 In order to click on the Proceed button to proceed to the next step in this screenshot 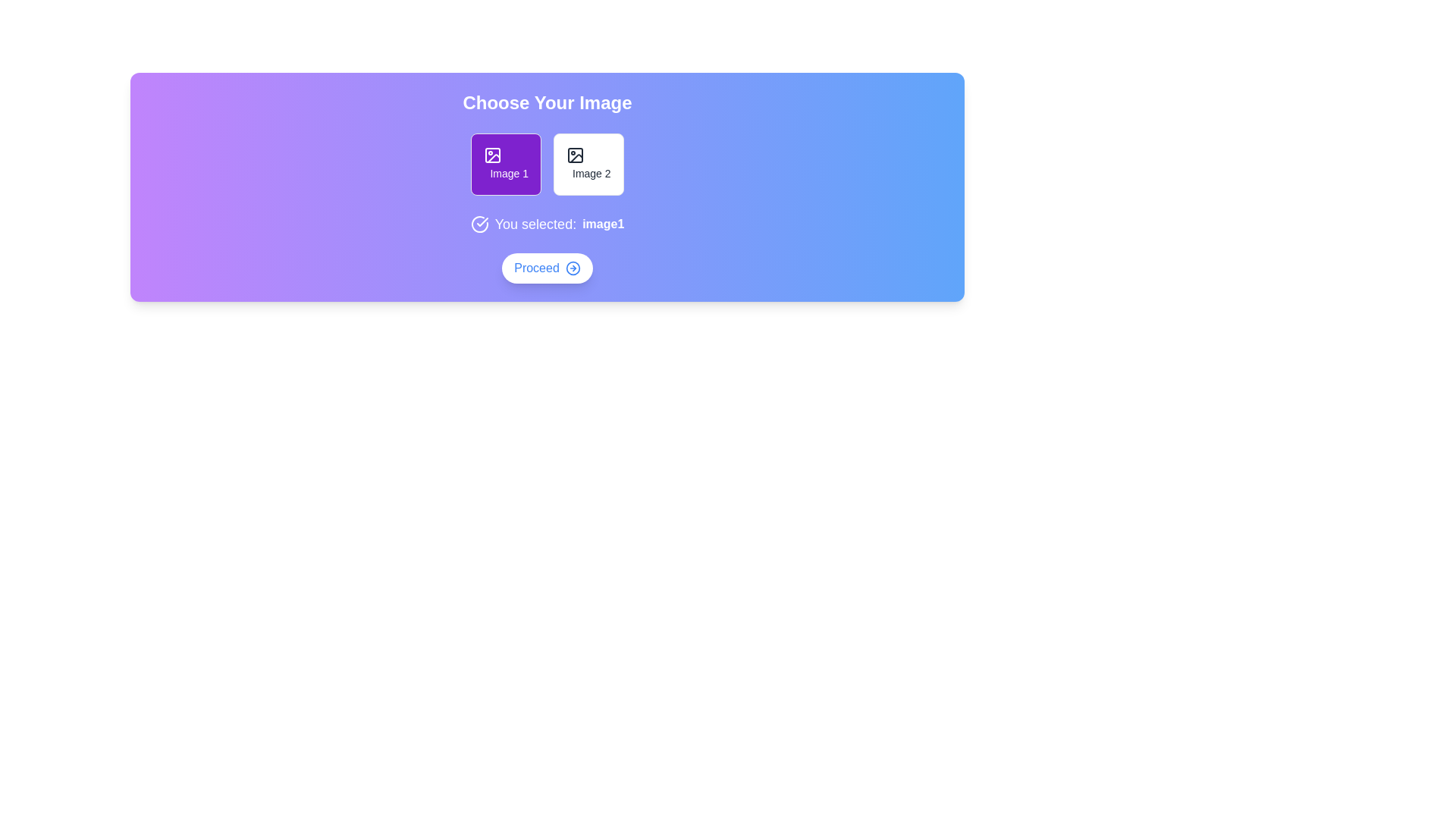, I will do `click(546, 268)`.